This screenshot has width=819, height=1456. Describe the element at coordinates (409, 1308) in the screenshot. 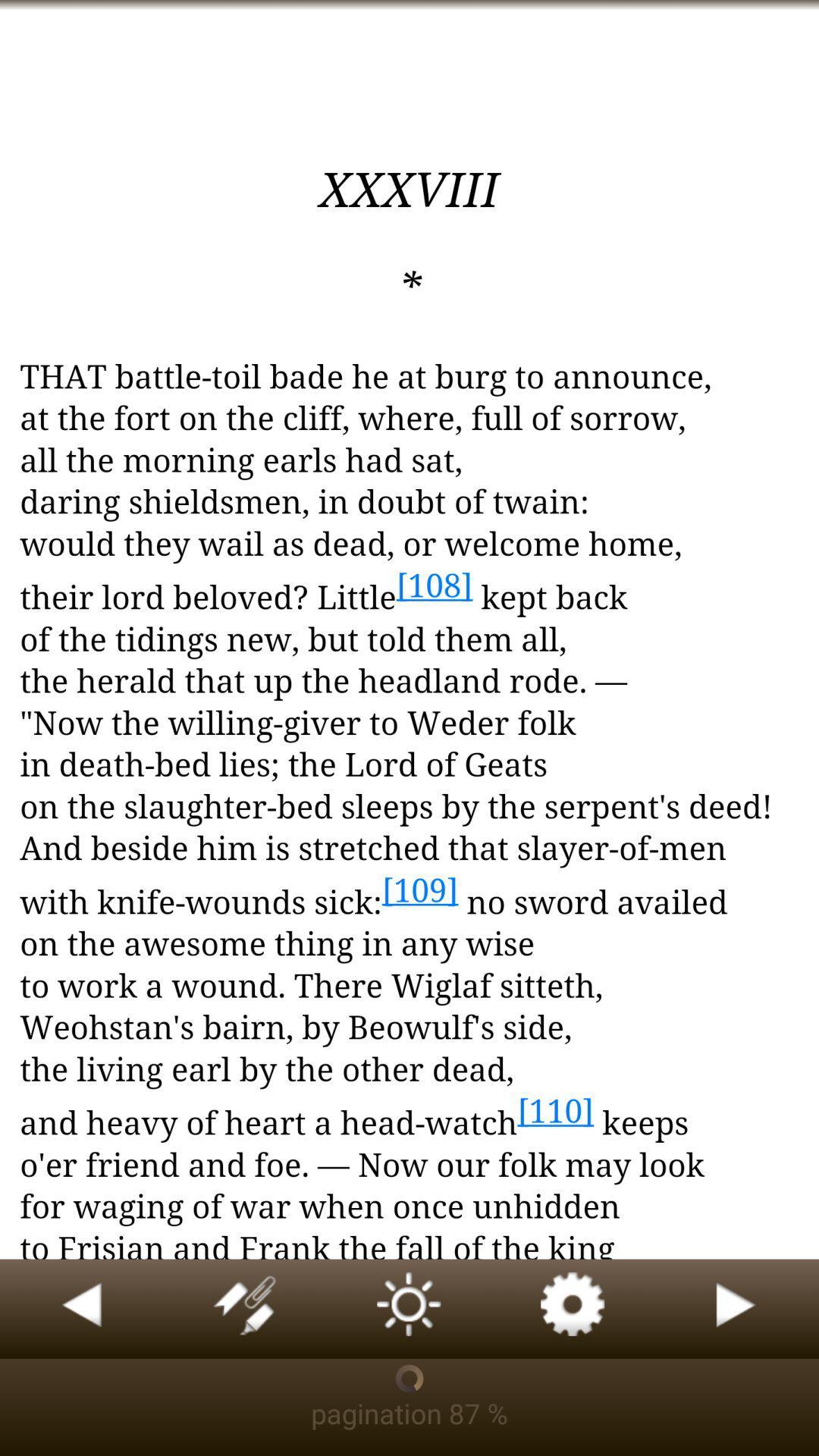

I see `brightness icon` at that location.